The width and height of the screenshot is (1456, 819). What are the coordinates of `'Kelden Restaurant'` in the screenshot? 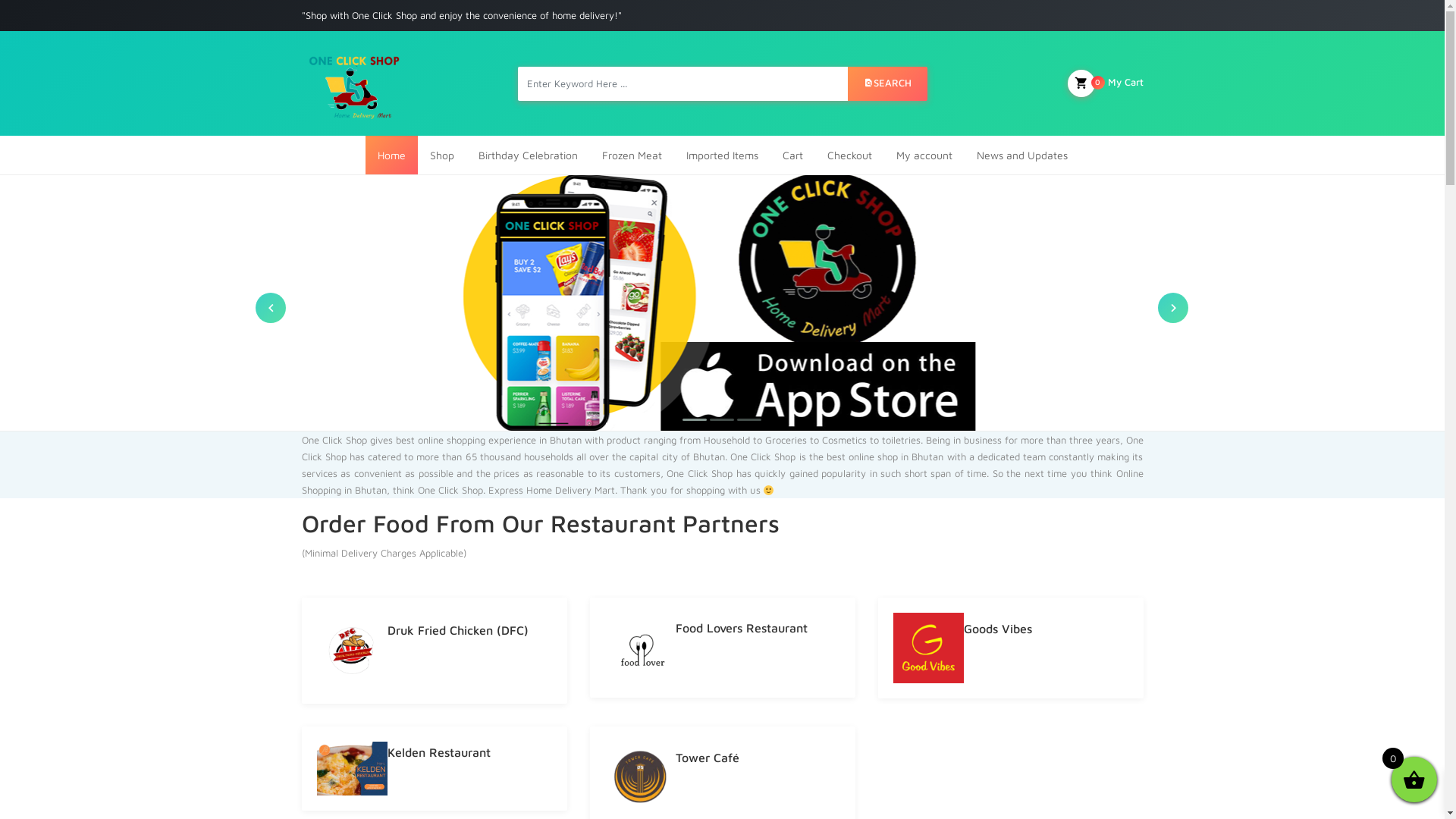 It's located at (437, 755).